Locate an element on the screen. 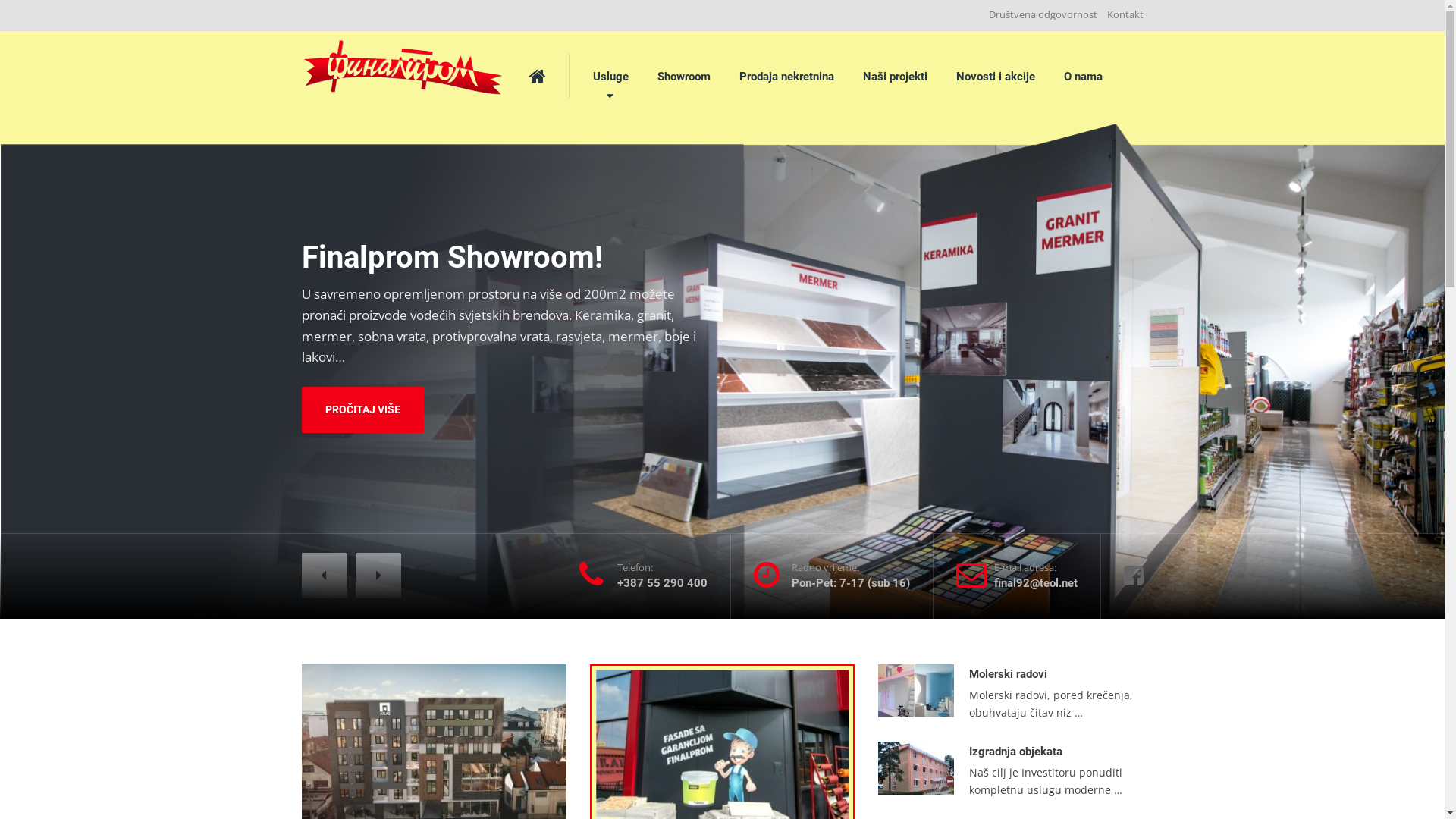  'Prodaja nekretnina' is located at coordinates (786, 76).